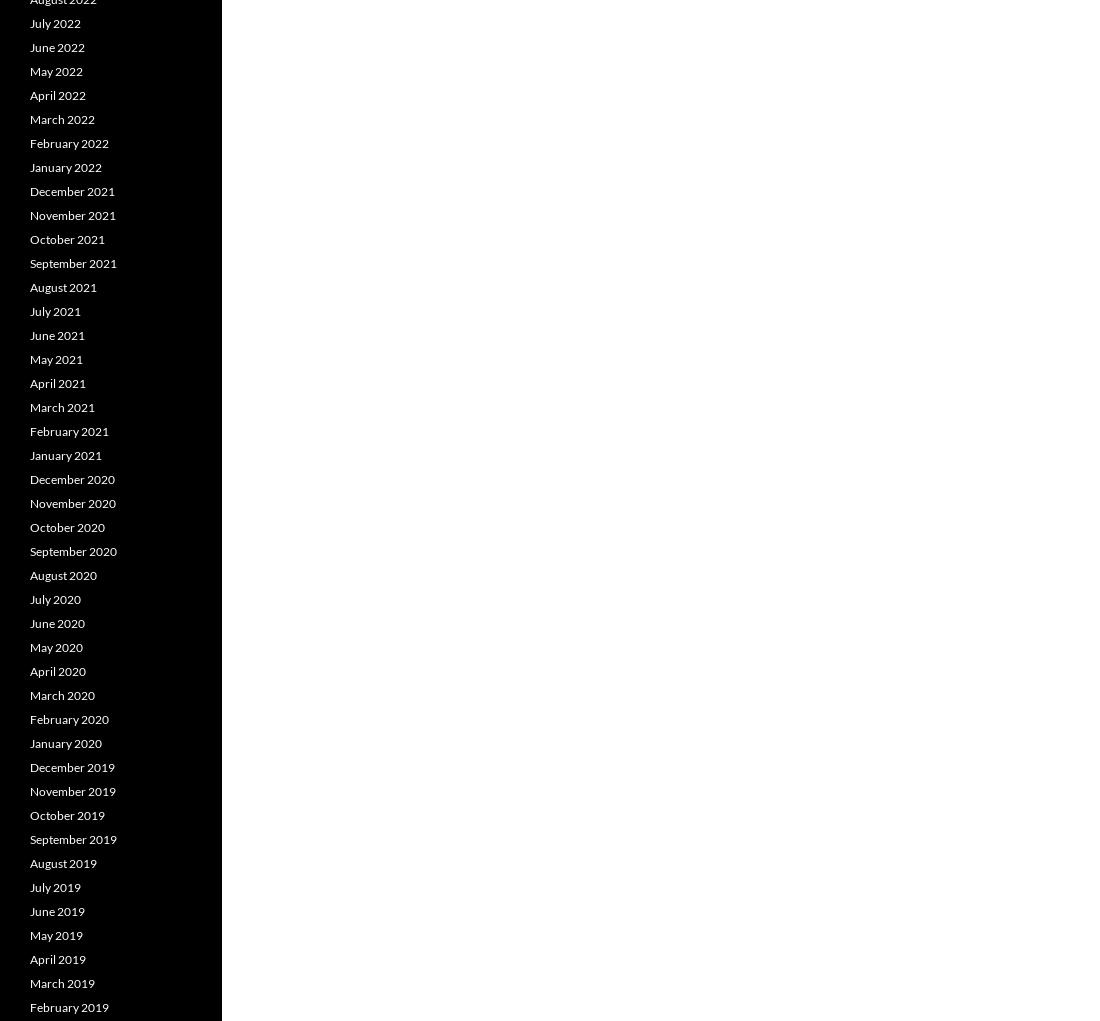  Describe the element at coordinates (65, 742) in the screenshot. I see `'January 2020'` at that location.